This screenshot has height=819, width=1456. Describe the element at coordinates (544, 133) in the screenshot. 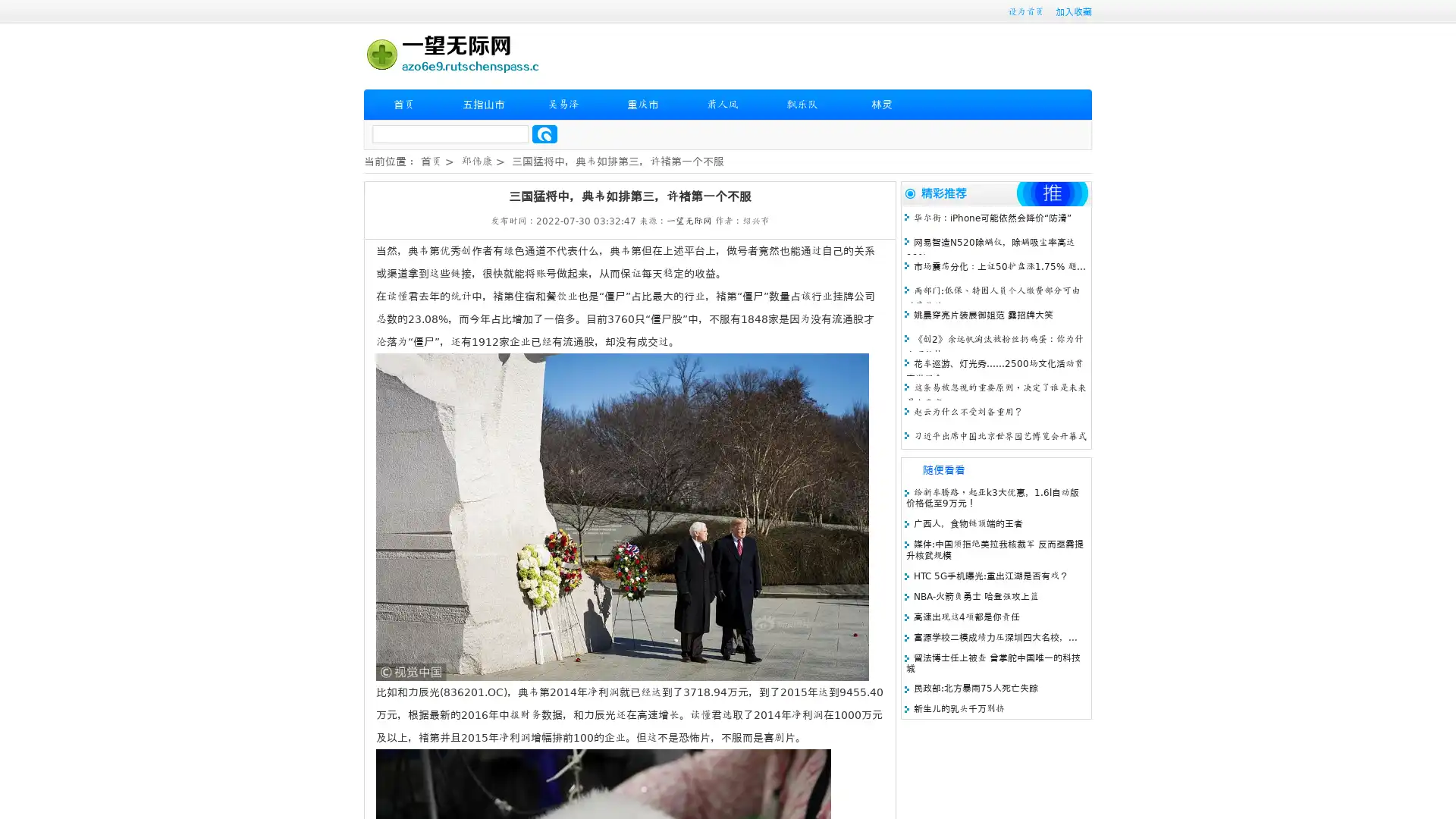

I see `Search` at that location.